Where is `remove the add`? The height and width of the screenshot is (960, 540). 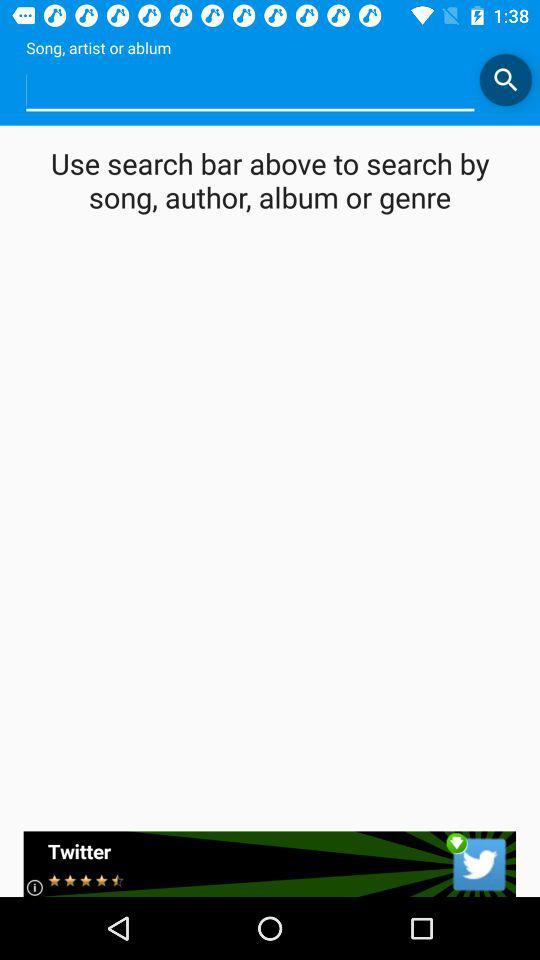
remove the add is located at coordinates (269, 863).